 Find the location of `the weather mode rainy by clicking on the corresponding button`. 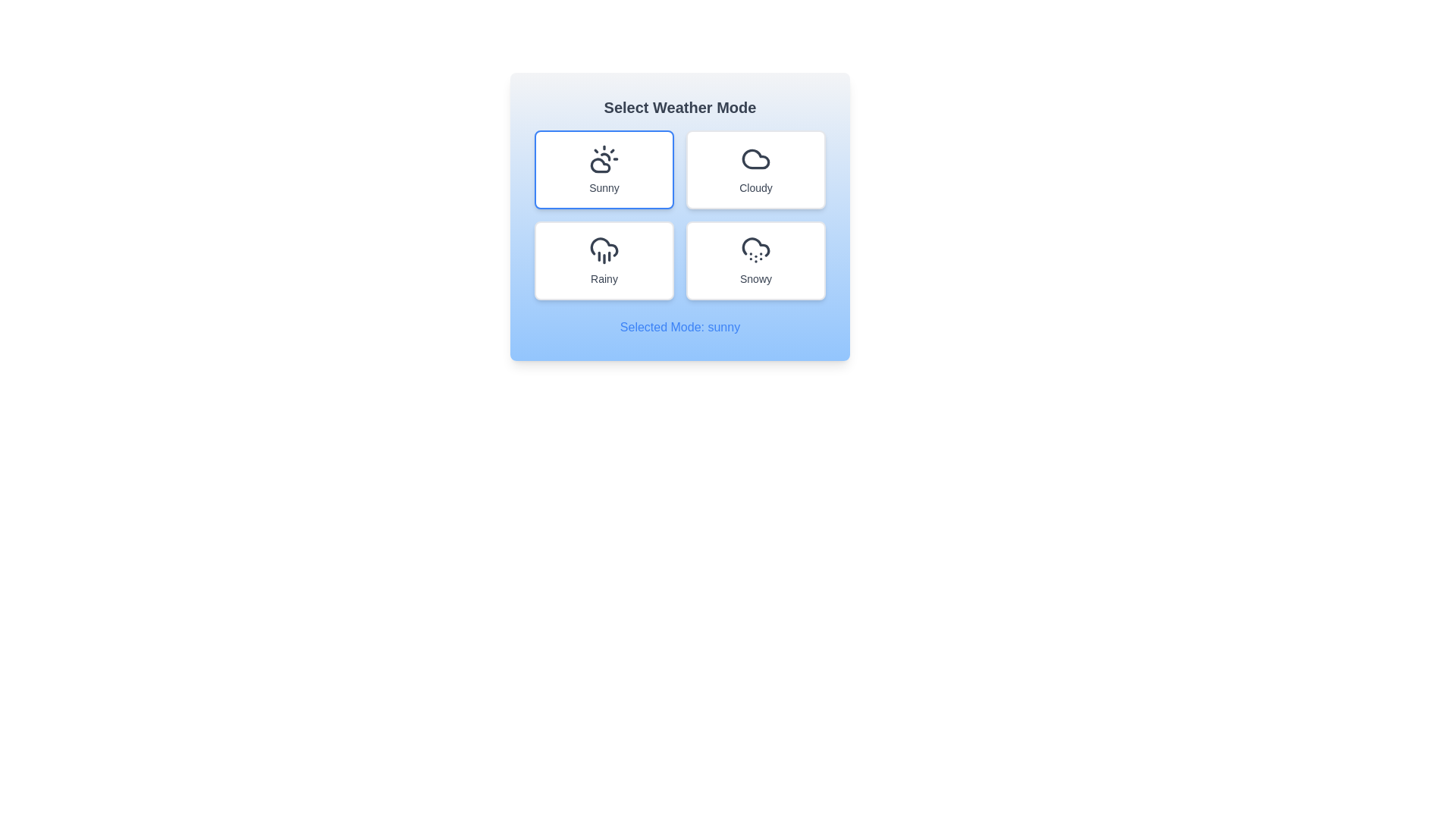

the weather mode rainy by clicking on the corresponding button is located at coordinates (603, 259).